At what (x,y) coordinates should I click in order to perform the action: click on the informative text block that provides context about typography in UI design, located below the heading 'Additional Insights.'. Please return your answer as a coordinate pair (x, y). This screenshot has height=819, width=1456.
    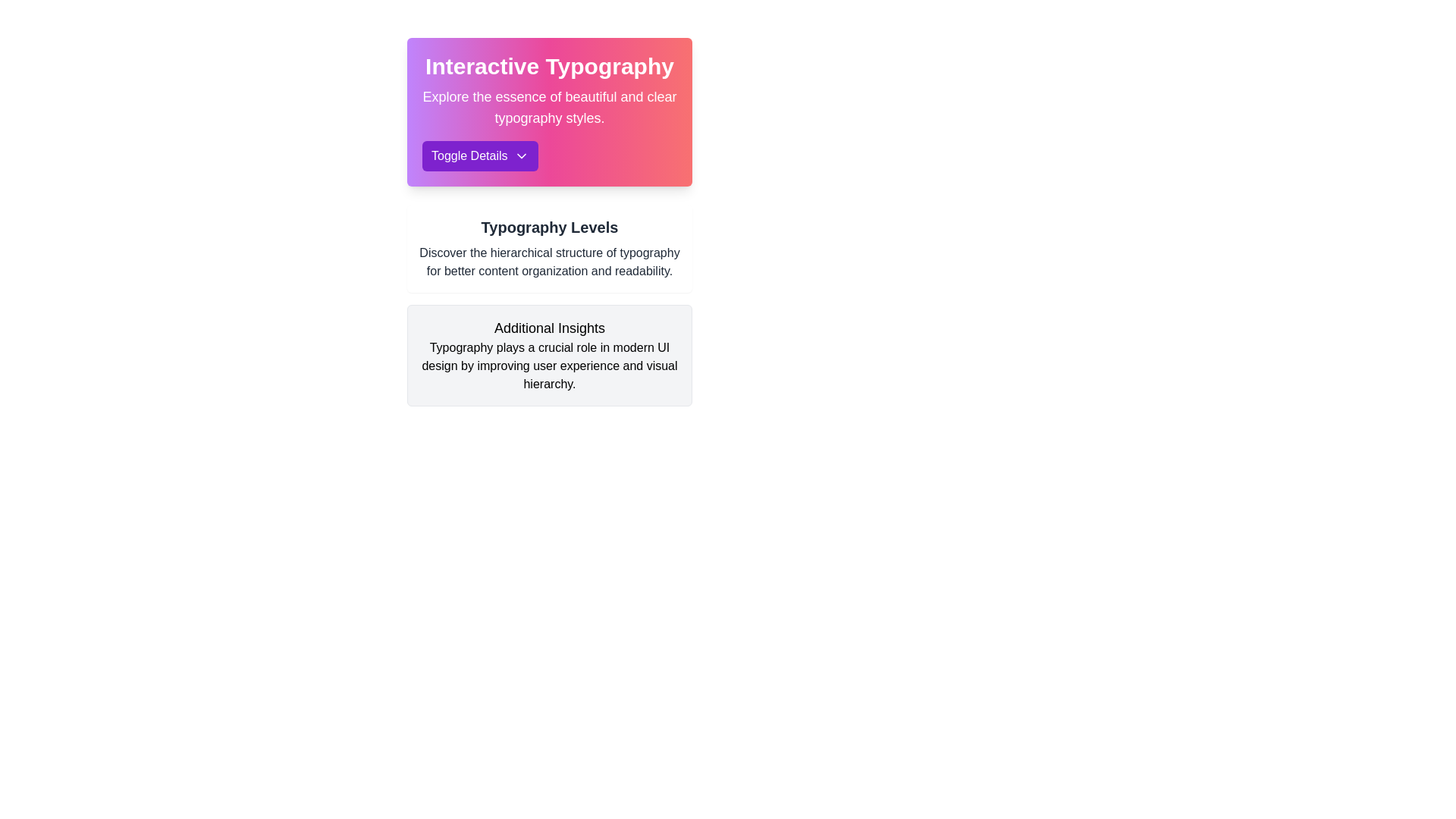
    Looking at the image, I should click on (548, 366).